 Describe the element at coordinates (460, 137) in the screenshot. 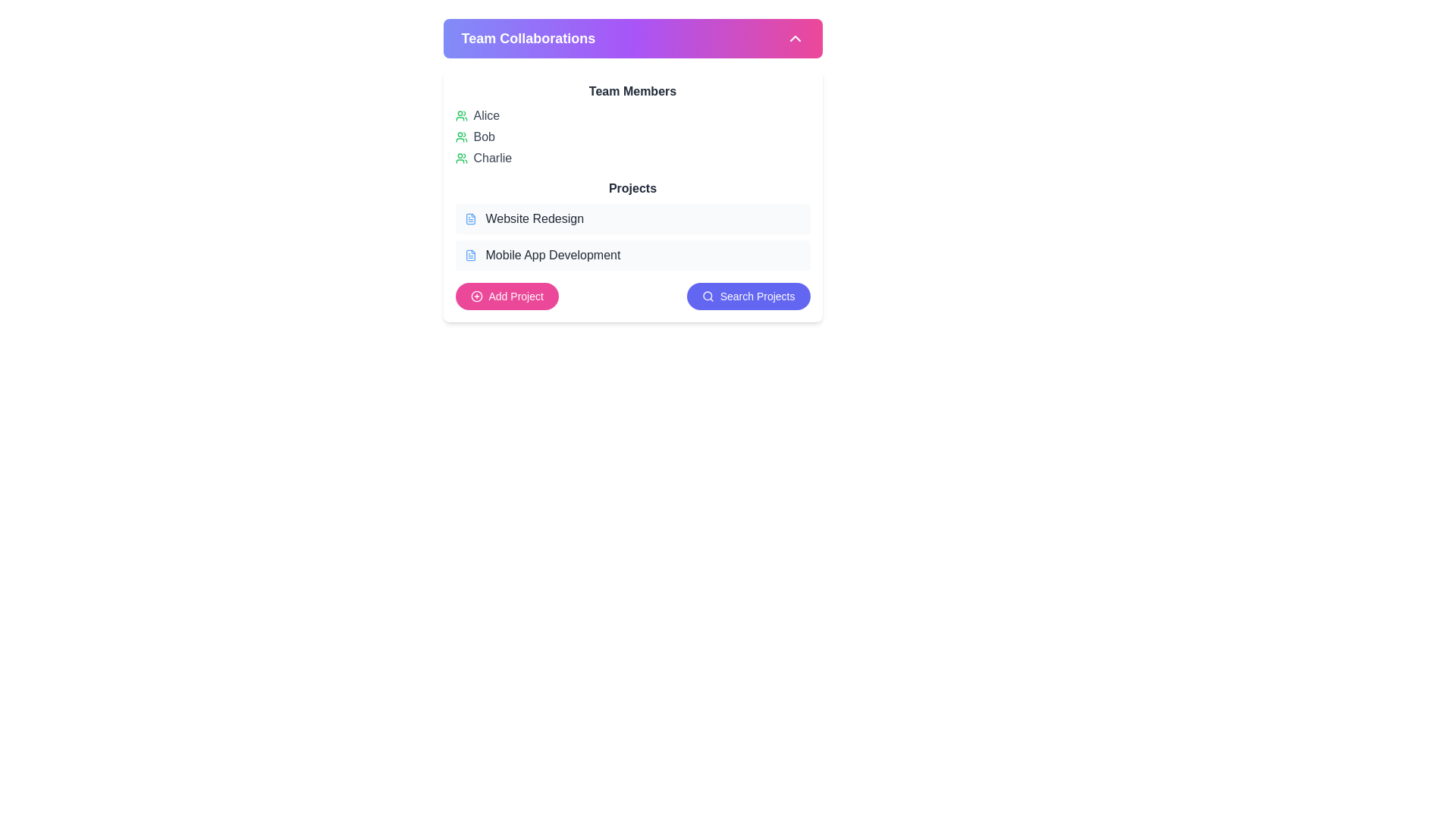

I see `the second user SVG icon representing 'Bob' in the 'Team Members' section of the 'Team Collaborations' card` at that location.